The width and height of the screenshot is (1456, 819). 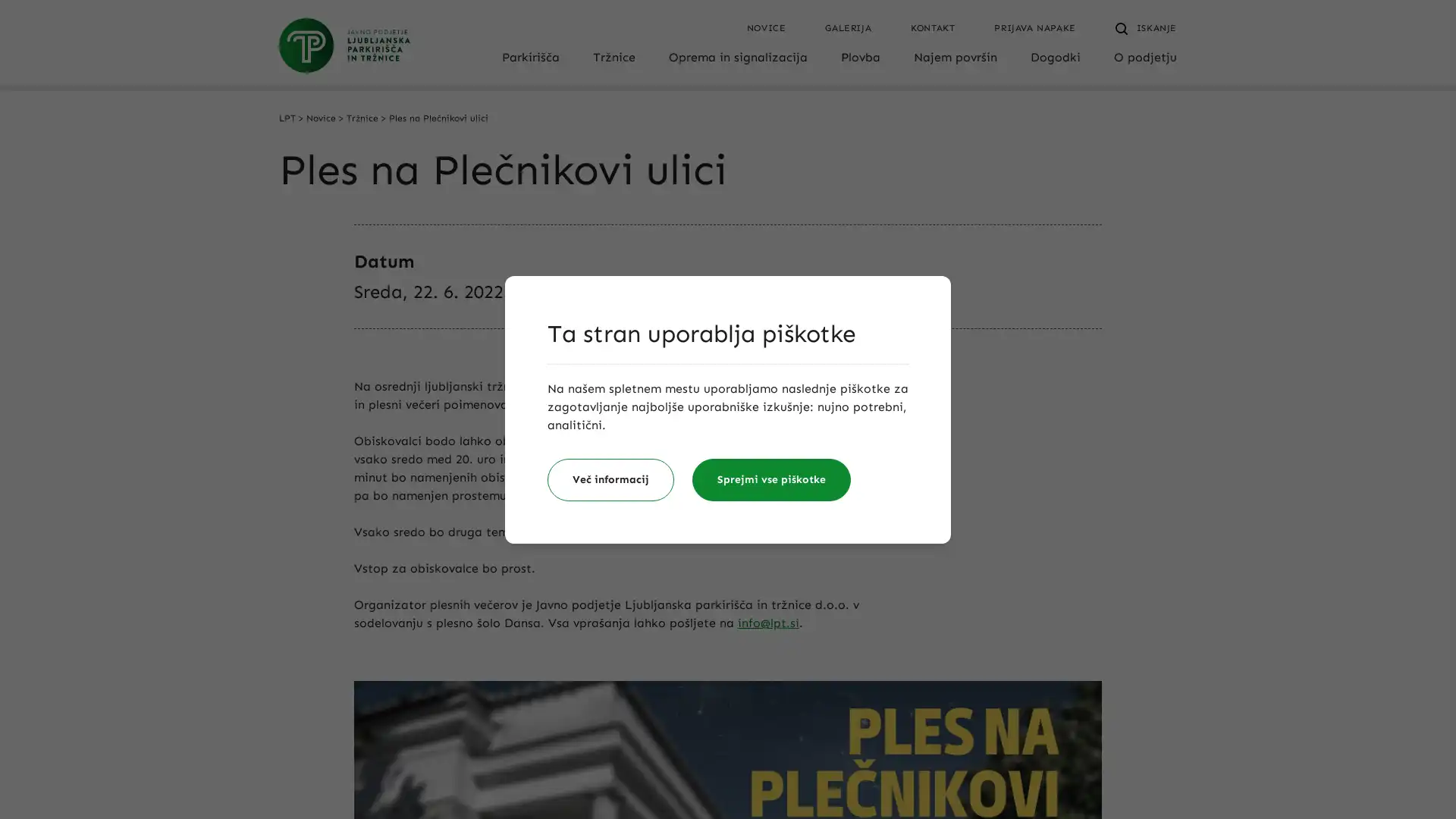 I want to click on Sprejmi vse piskotke, so click(x=771, y=479).